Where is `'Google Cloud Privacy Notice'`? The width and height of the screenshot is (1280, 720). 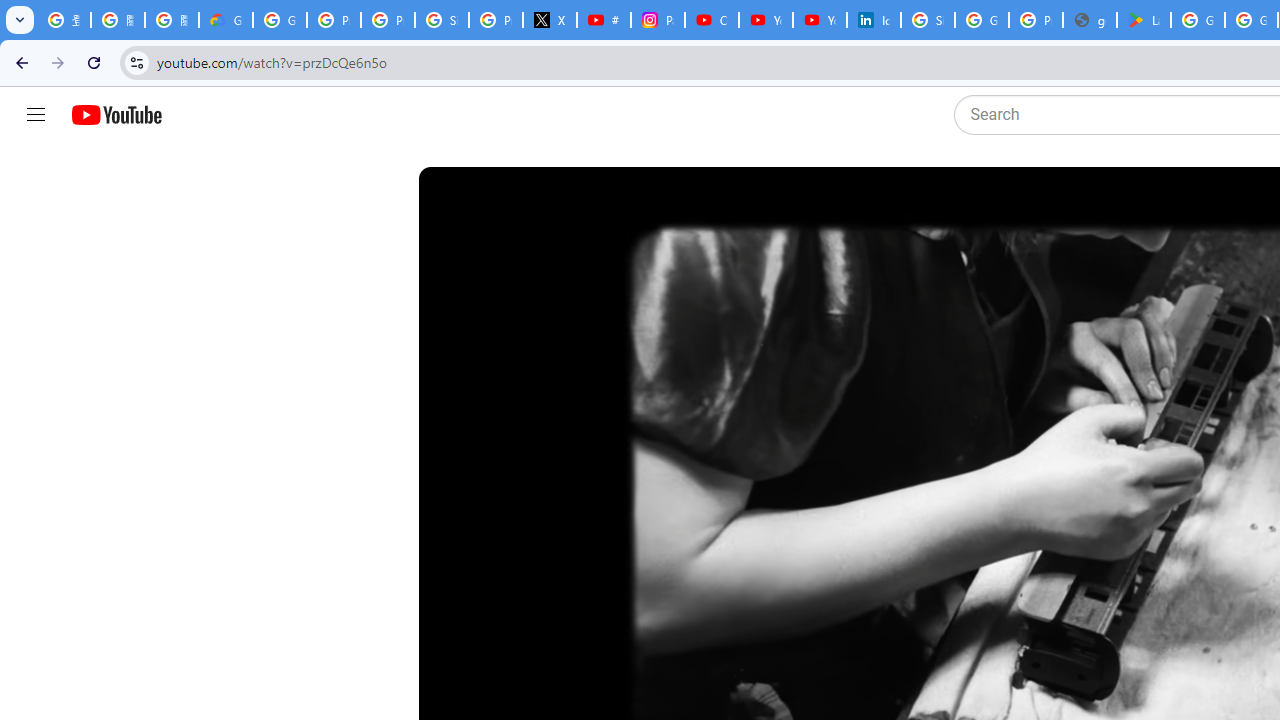 'Google Cloud Privacy Notice' is located at coordinates (225, 20).